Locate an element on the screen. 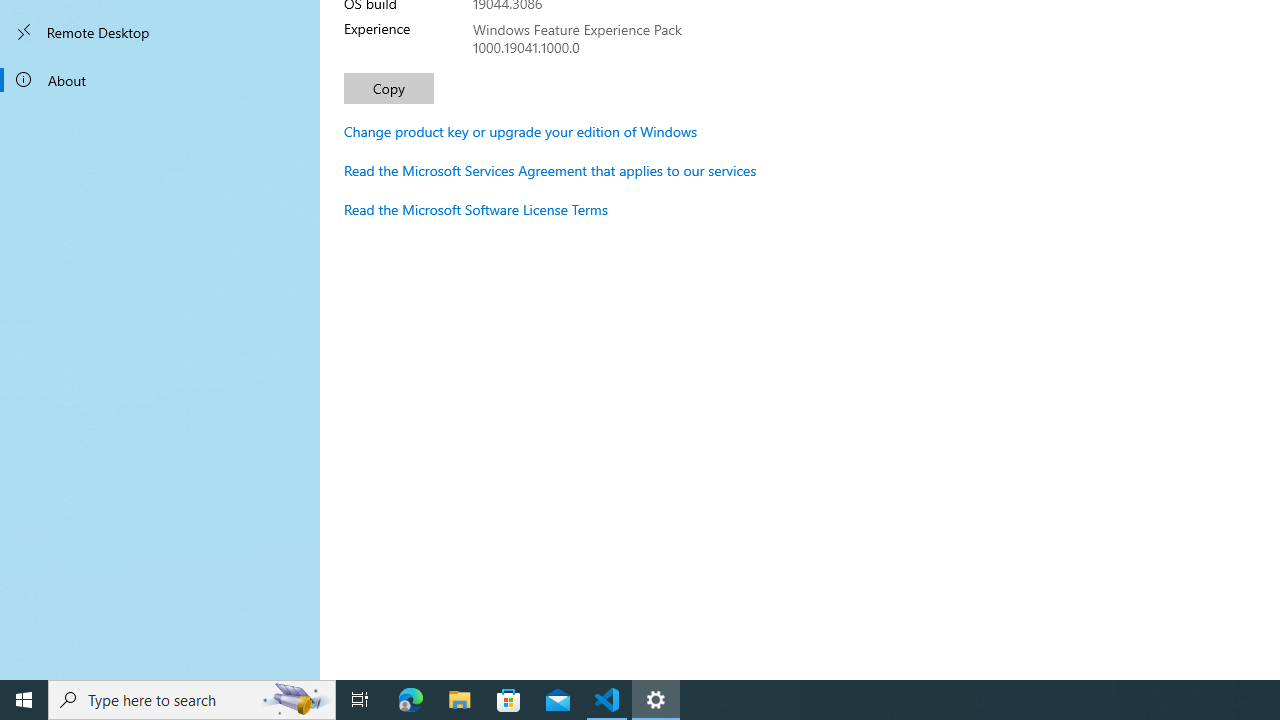 The width and height of the screenshot is (1280, 720). 'Read the Microsoft Software License Terms' is located at coordinates (475, 209).